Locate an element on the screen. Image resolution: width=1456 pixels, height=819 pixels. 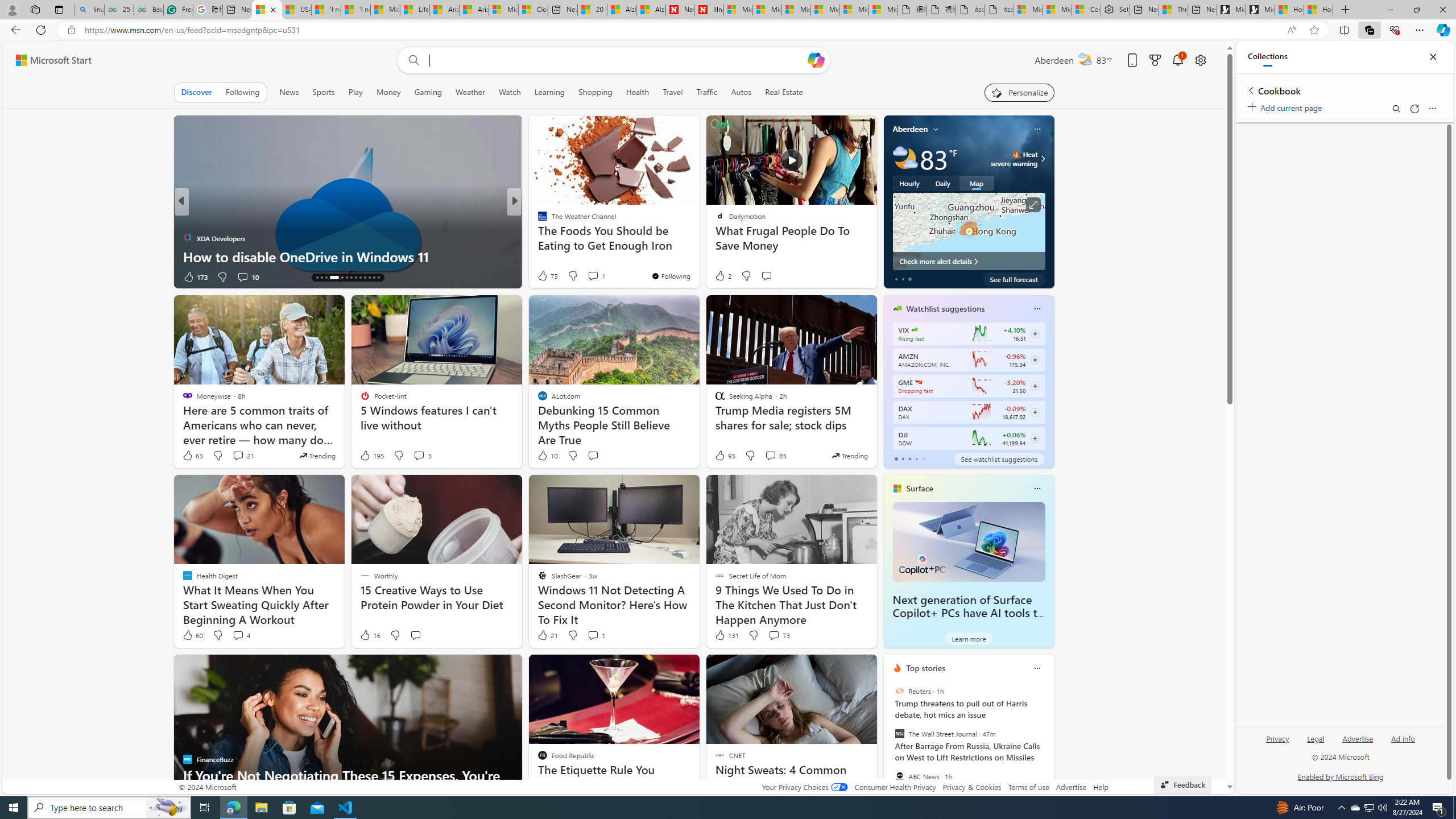
'AutomationID: tab-20' is located at coordinates (350, 277).